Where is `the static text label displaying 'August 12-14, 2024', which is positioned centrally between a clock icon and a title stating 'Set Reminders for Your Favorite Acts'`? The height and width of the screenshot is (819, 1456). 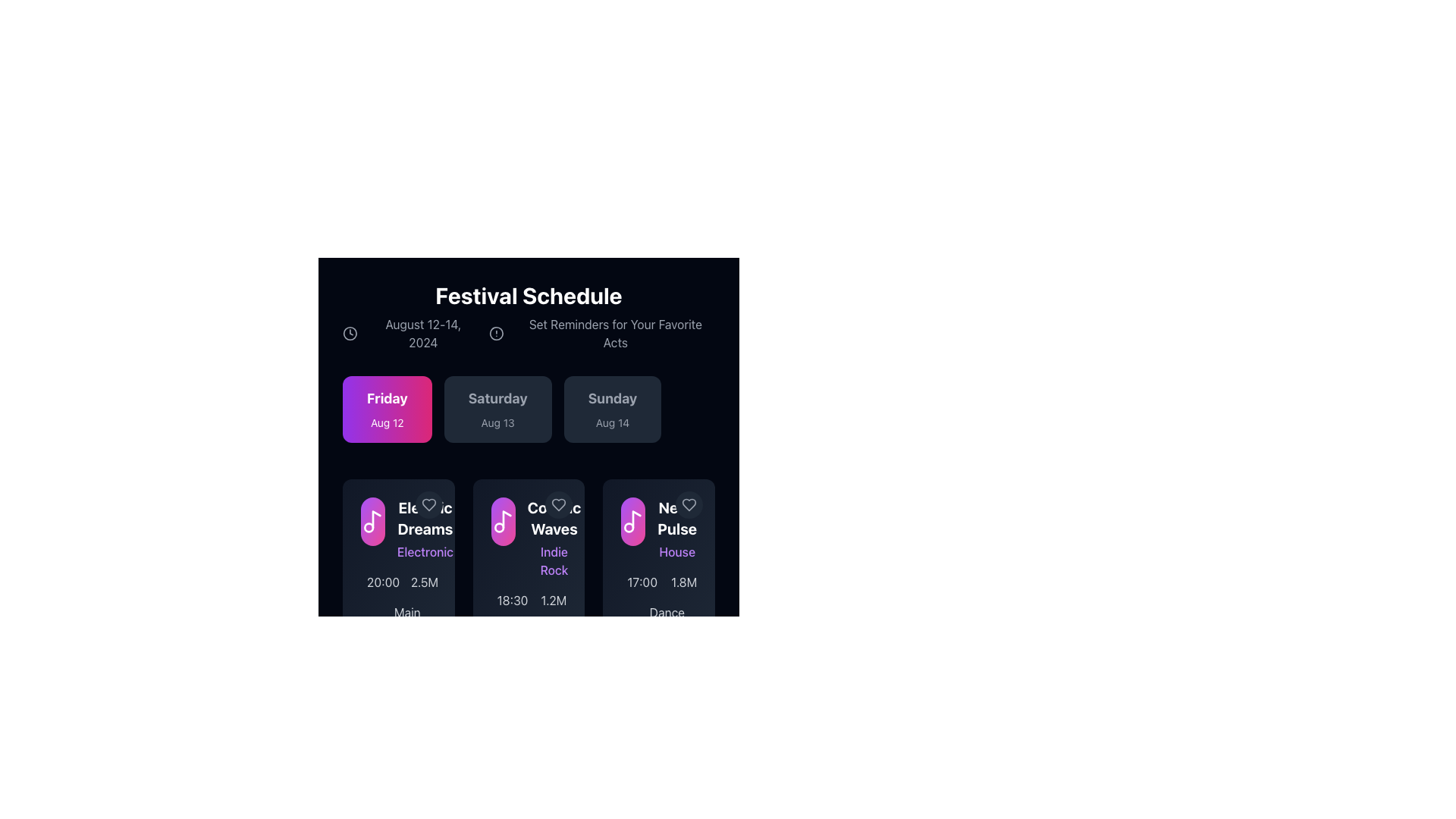 the static text label displaying 'August 12-14, 2024', which is positioned centrally between a clock icon and a title stating 'Set Reminders for Your Favorite Acts' is located at coordinates (423, 332).